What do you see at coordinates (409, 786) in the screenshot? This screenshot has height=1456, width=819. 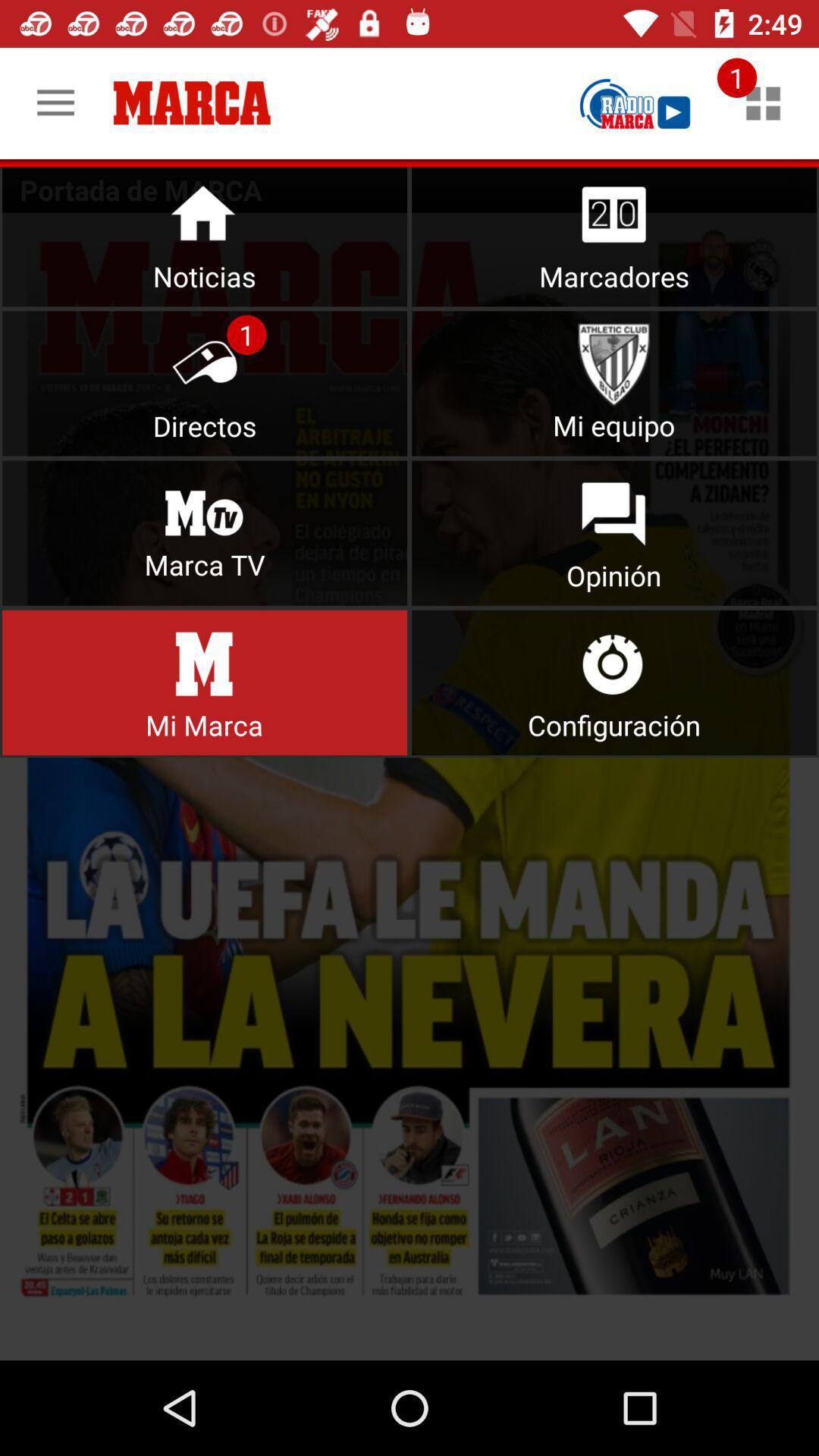 I see `the item below portada de marca` at bounding box center [409, 786].